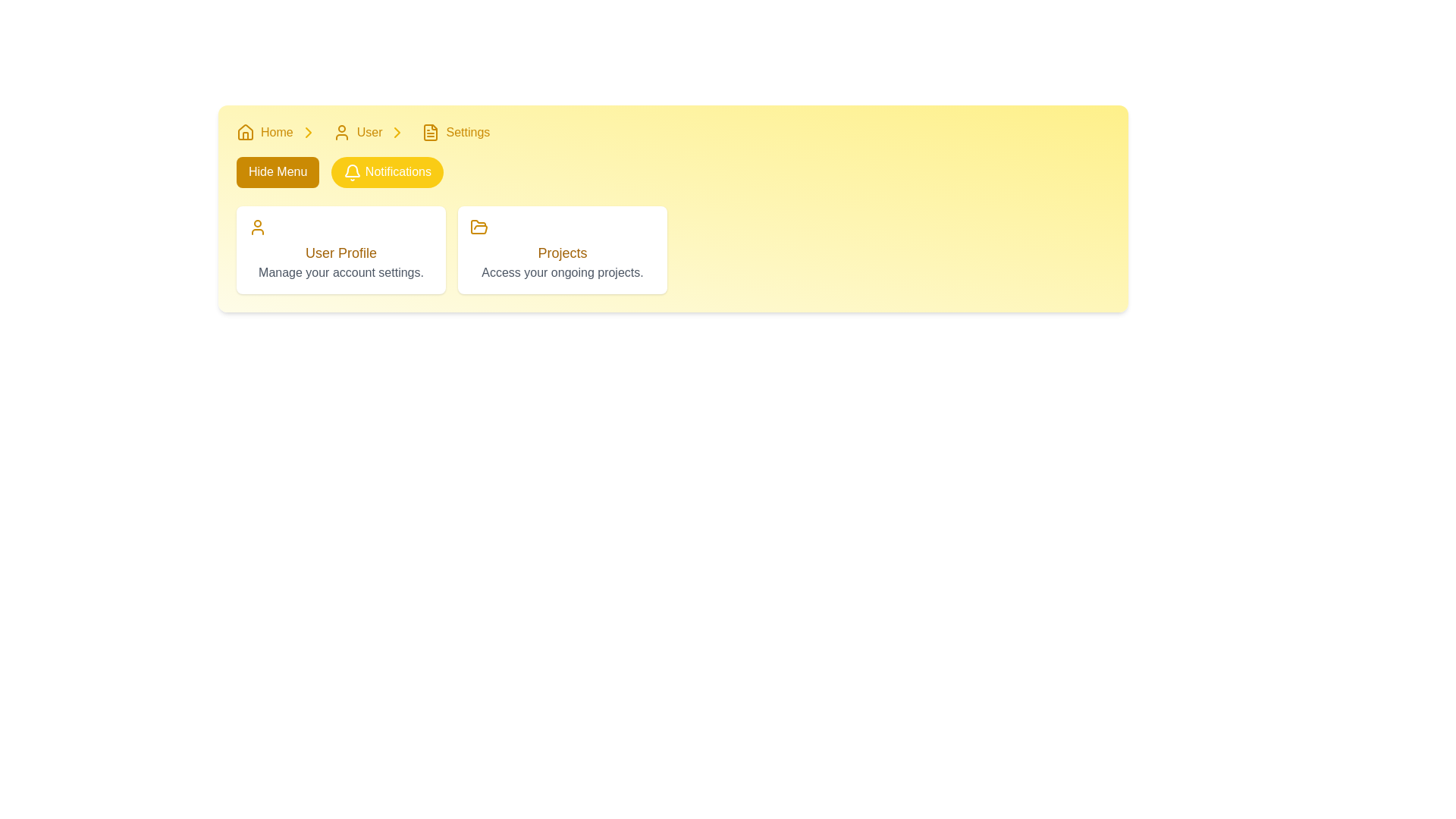 This screenshot has width=1456, height=819. I want to click on the 'Notifications' button with a yellow background and a notification bell icon located, so click(388, 171).